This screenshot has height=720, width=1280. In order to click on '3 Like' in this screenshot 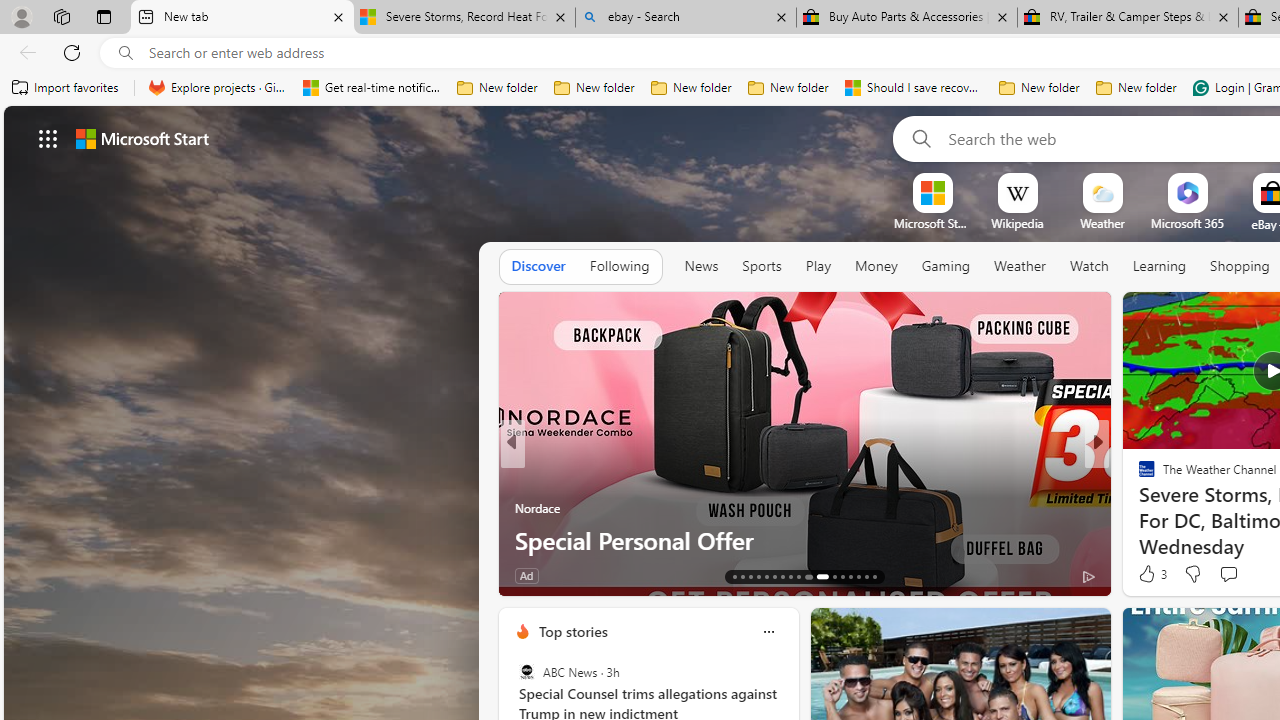, I will do `click(1151, 574)`.